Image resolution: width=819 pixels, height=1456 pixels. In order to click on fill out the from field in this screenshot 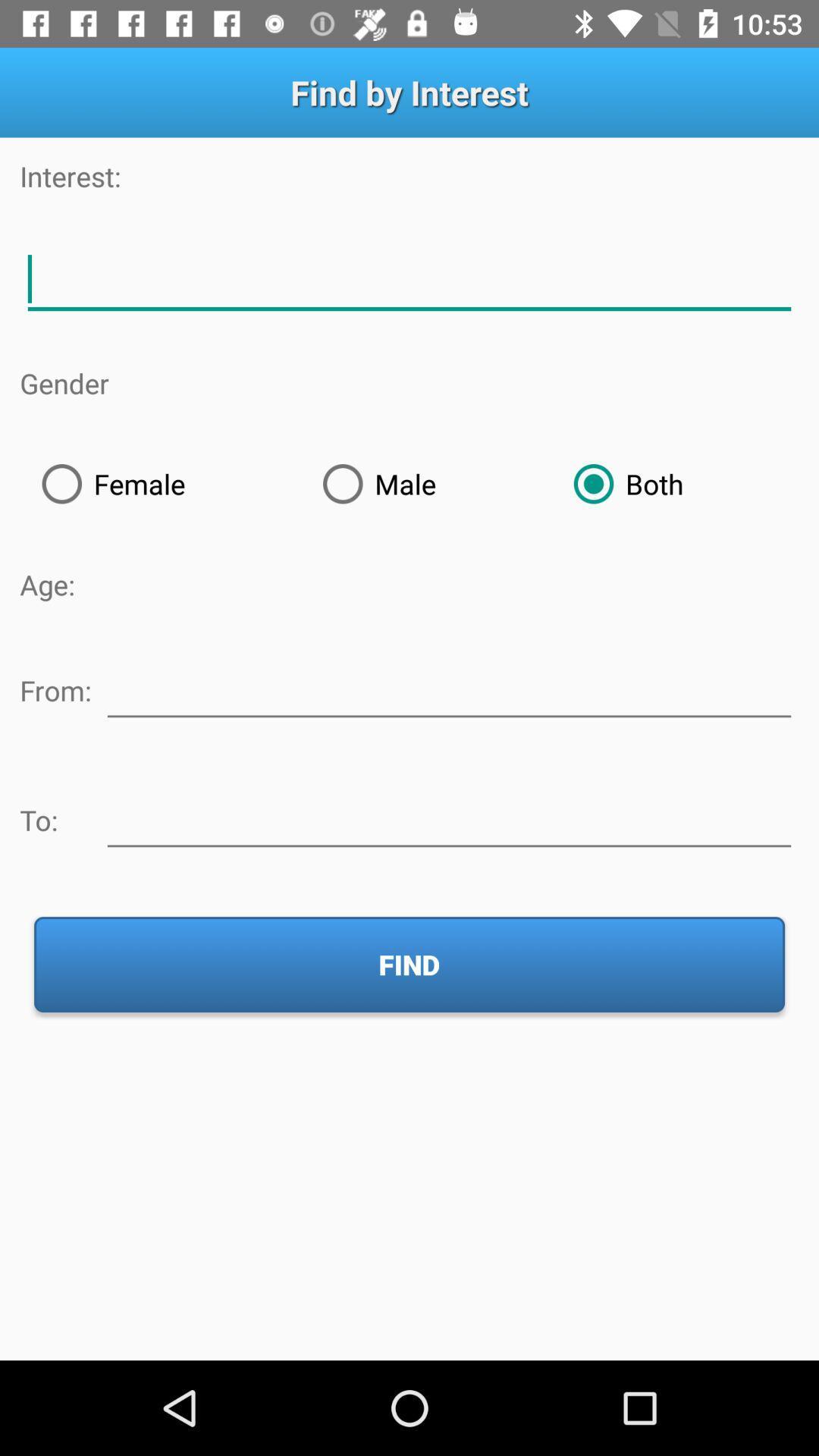, I will do `click(448, 687)`.